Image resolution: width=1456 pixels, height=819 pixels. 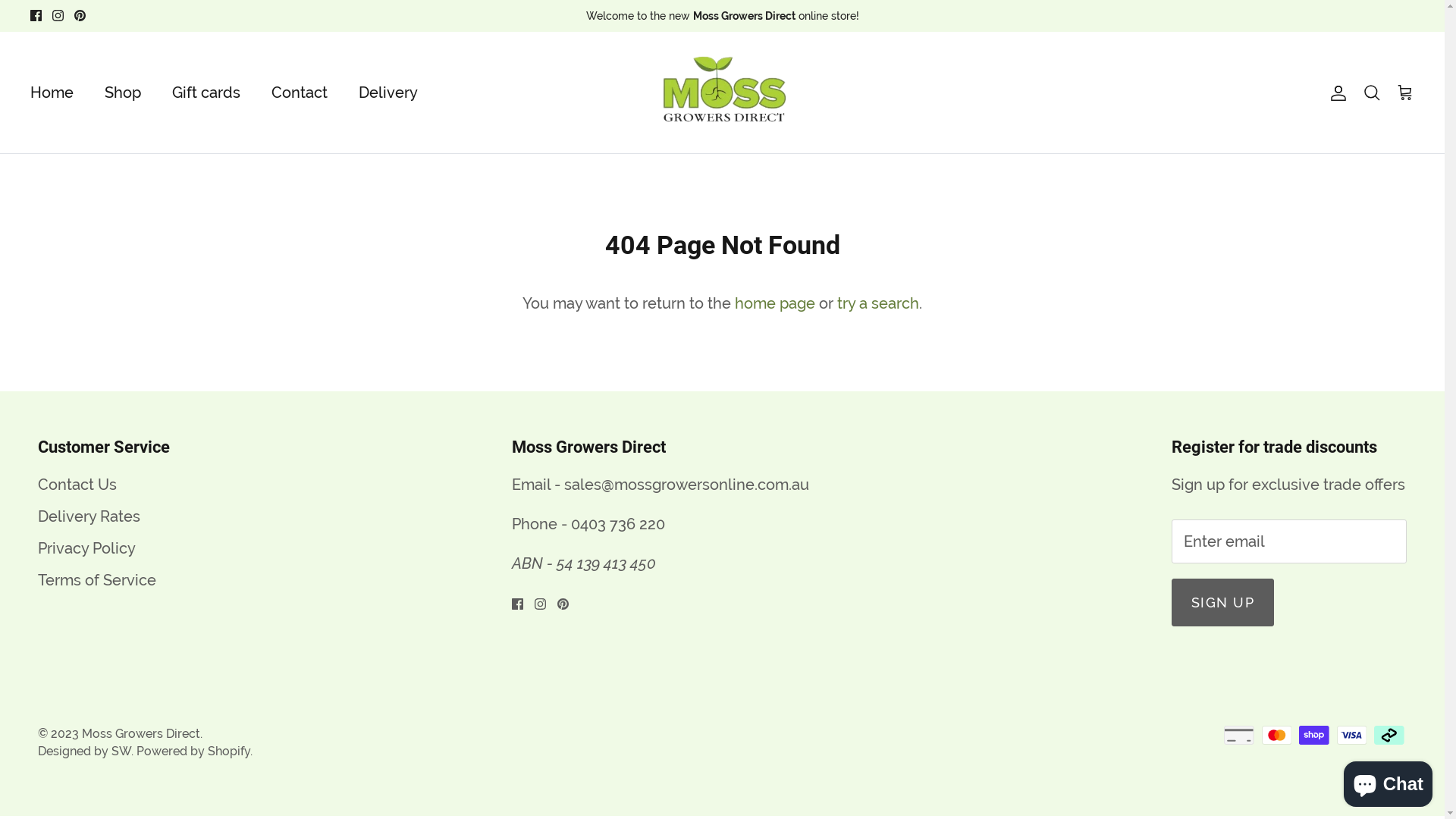 I want to click on 'Shop', so click(x=123, y=93).